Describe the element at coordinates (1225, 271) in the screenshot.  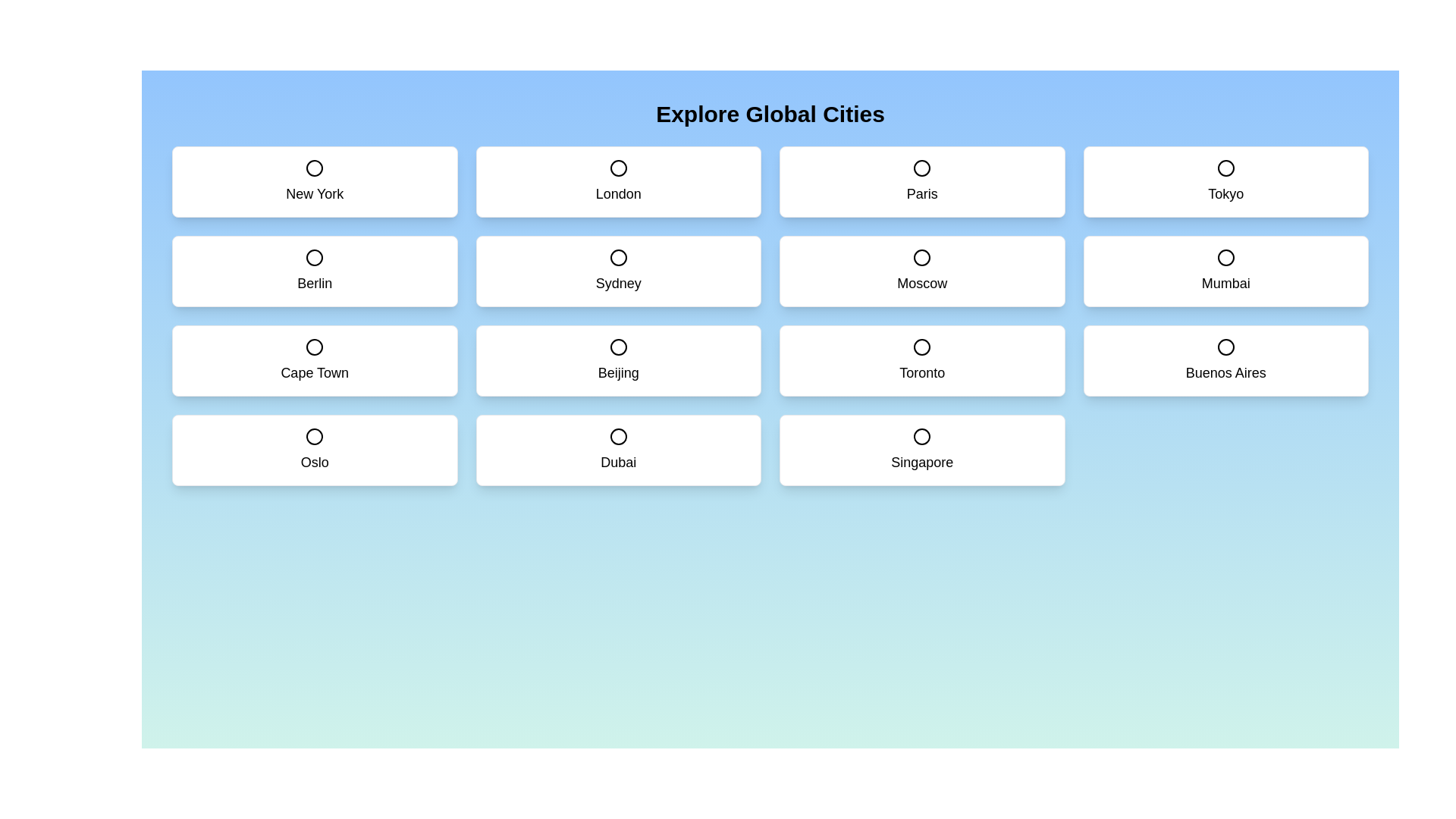
I see `the city card labeled Mumbai to toggle its selection state` at that location.